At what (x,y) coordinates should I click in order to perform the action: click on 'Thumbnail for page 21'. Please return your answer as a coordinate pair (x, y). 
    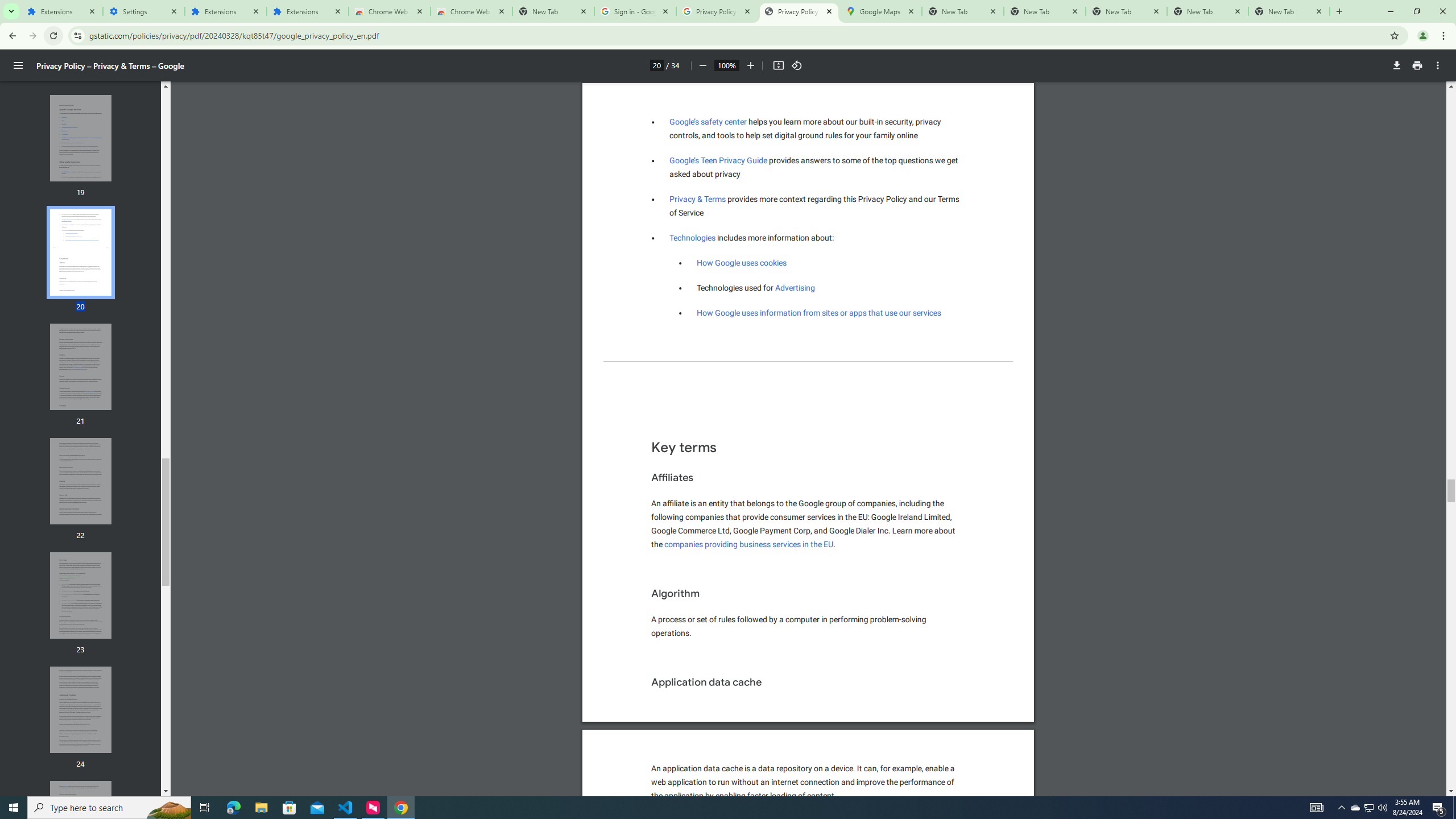
    Looking at the image, I should click on (81, 366).